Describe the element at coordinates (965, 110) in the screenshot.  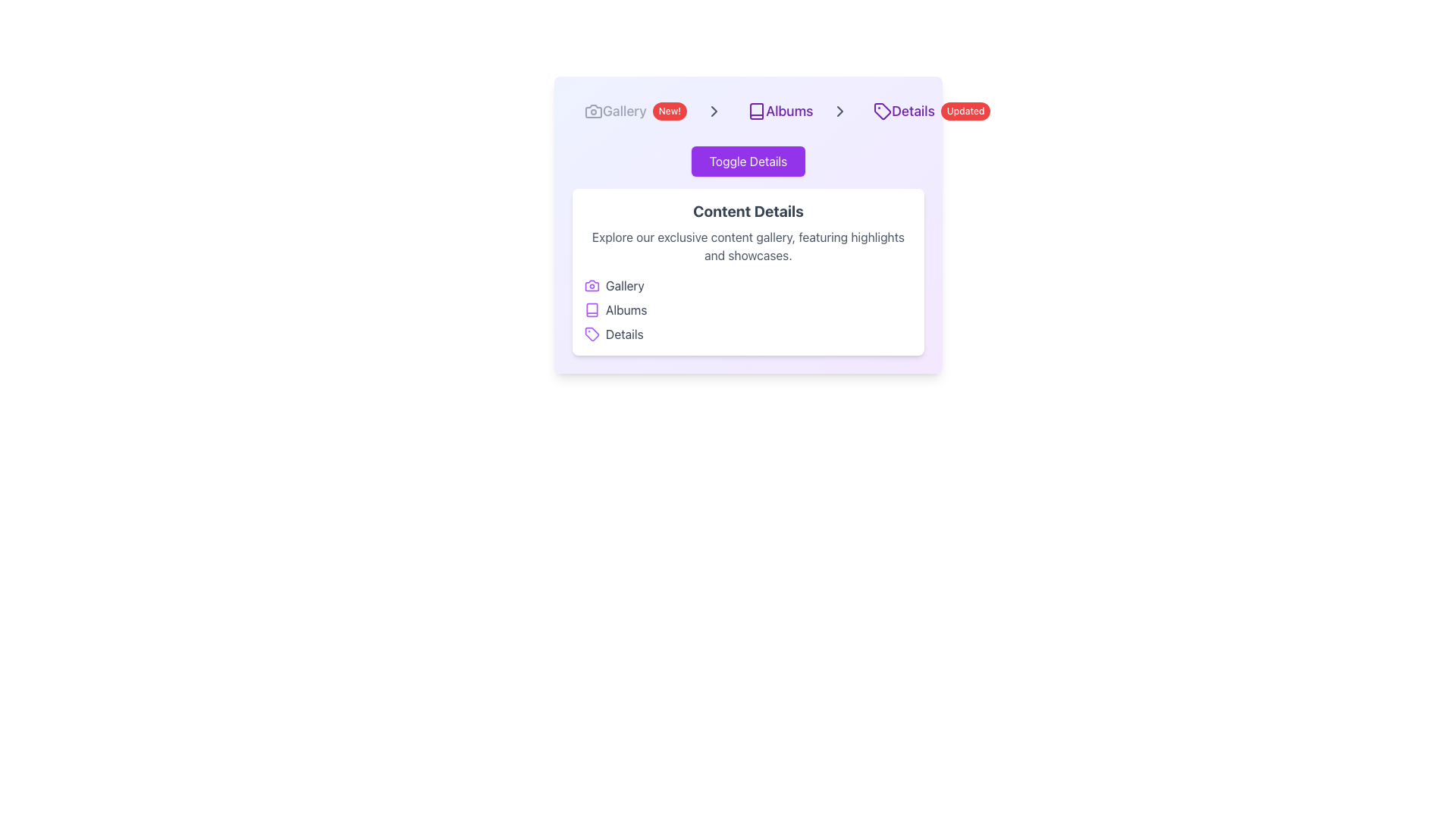
I see `the text of the Notification badge located at the rightmost side of the breadcrumb navigation bar, next to the 'Details' label` at that location.